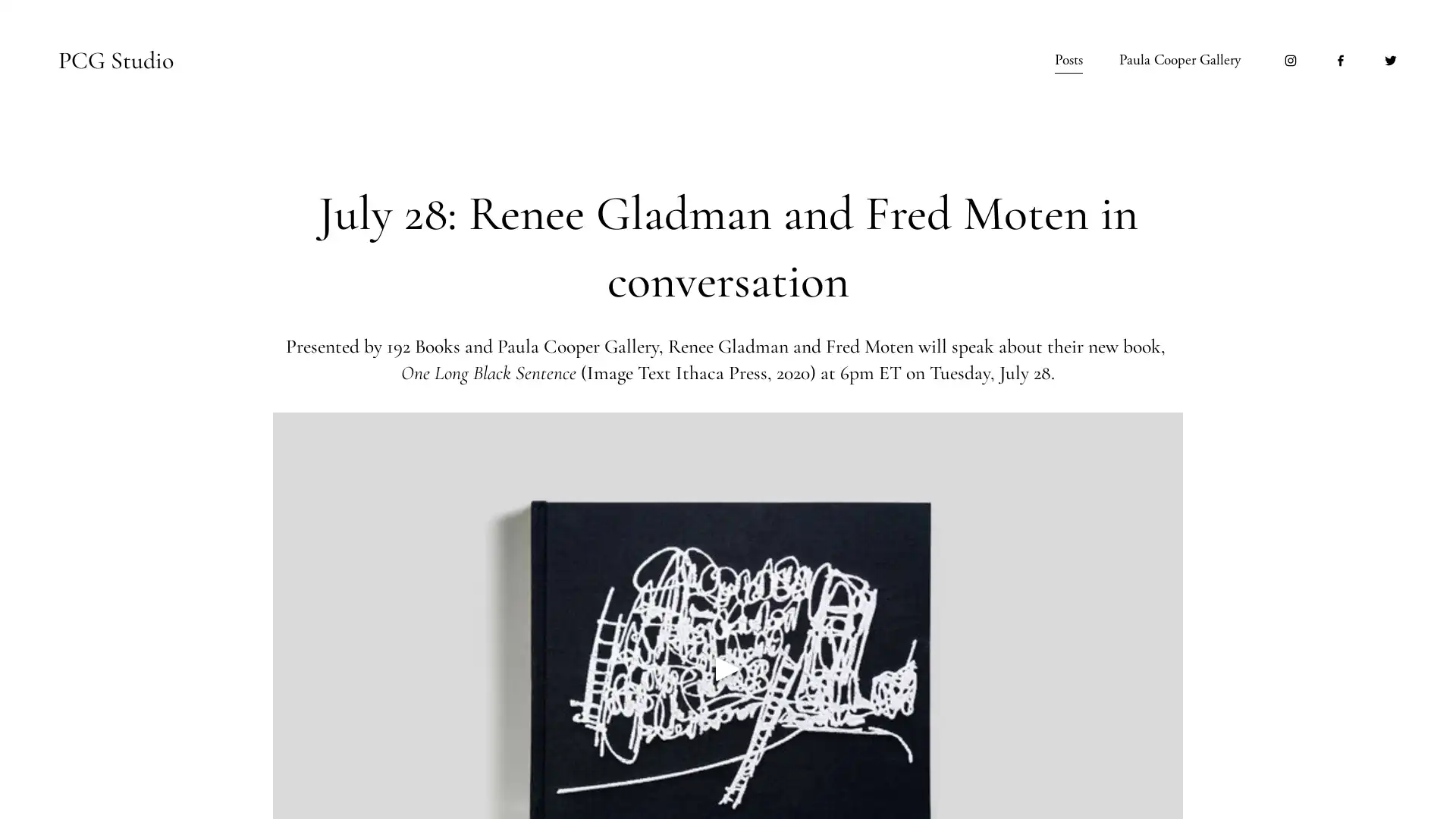 The image size is (1456, 819). What do you see at coordinates (728, 667) in the screenshot?
I see `Play` at bounding box center [728, 667].